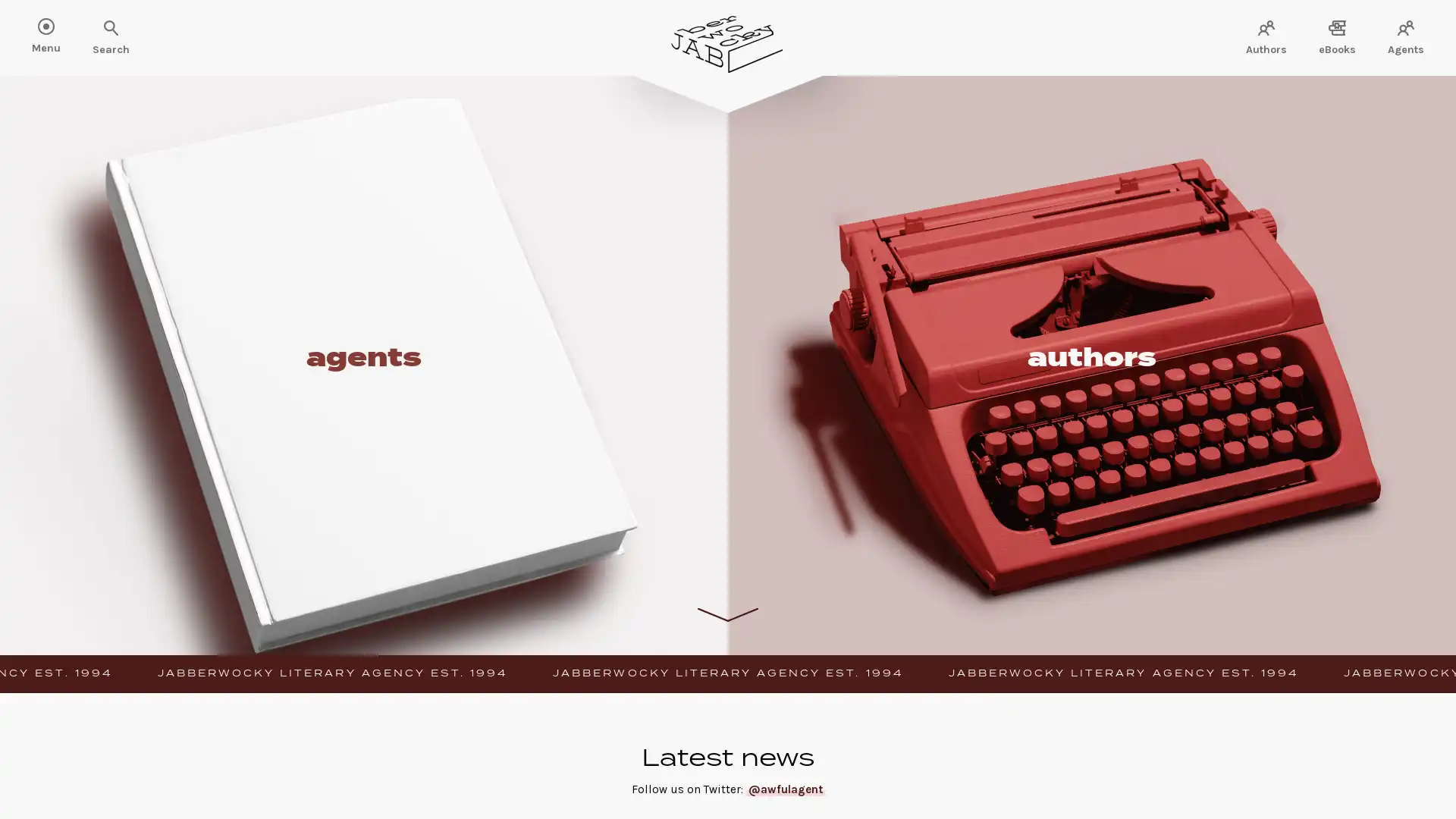  I want to click on Search, so click(61, 29).